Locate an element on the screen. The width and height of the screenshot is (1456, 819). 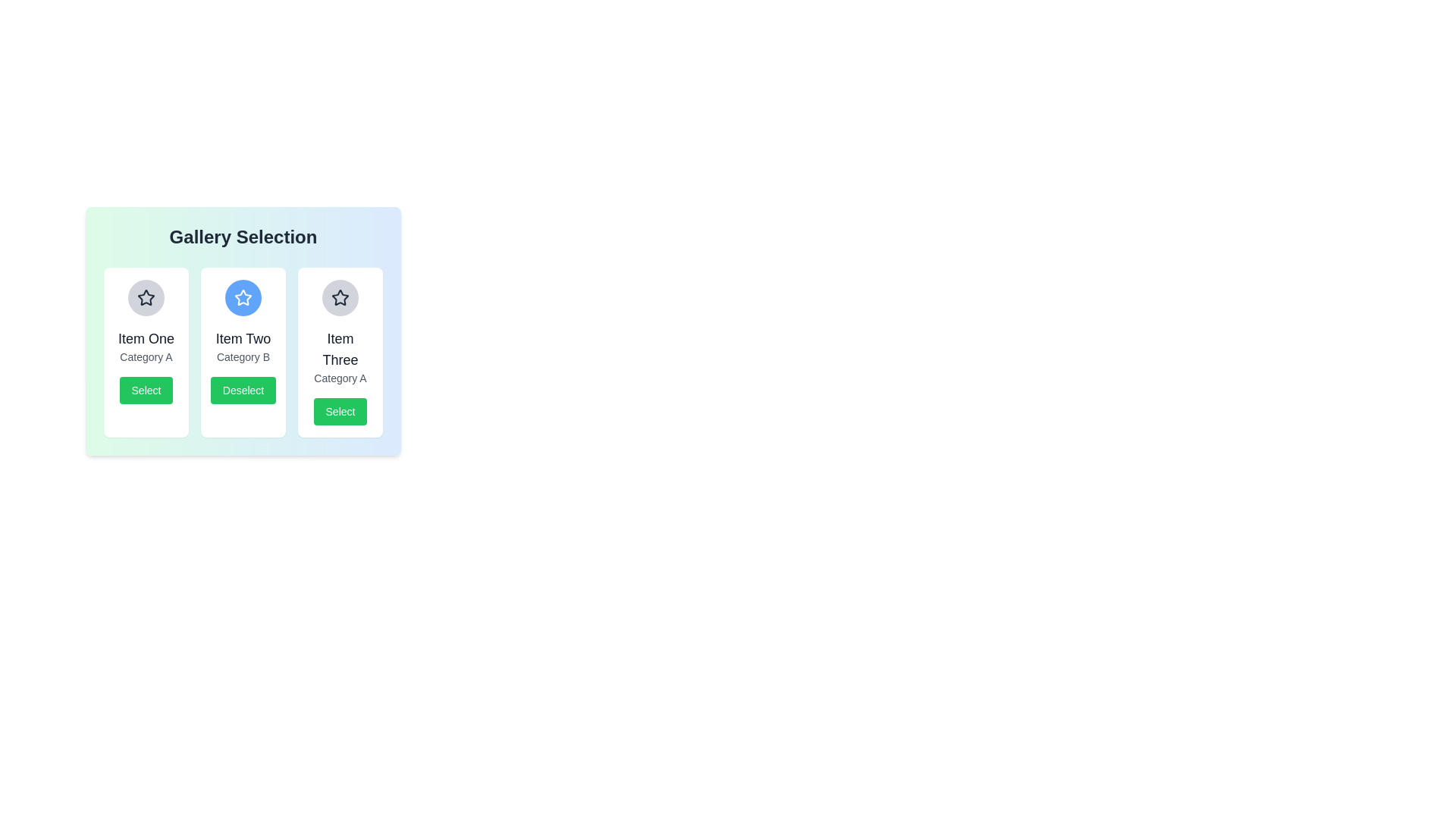
the button corresponding to Item Three to toggle its selection state is located at coordinates (339, 412).